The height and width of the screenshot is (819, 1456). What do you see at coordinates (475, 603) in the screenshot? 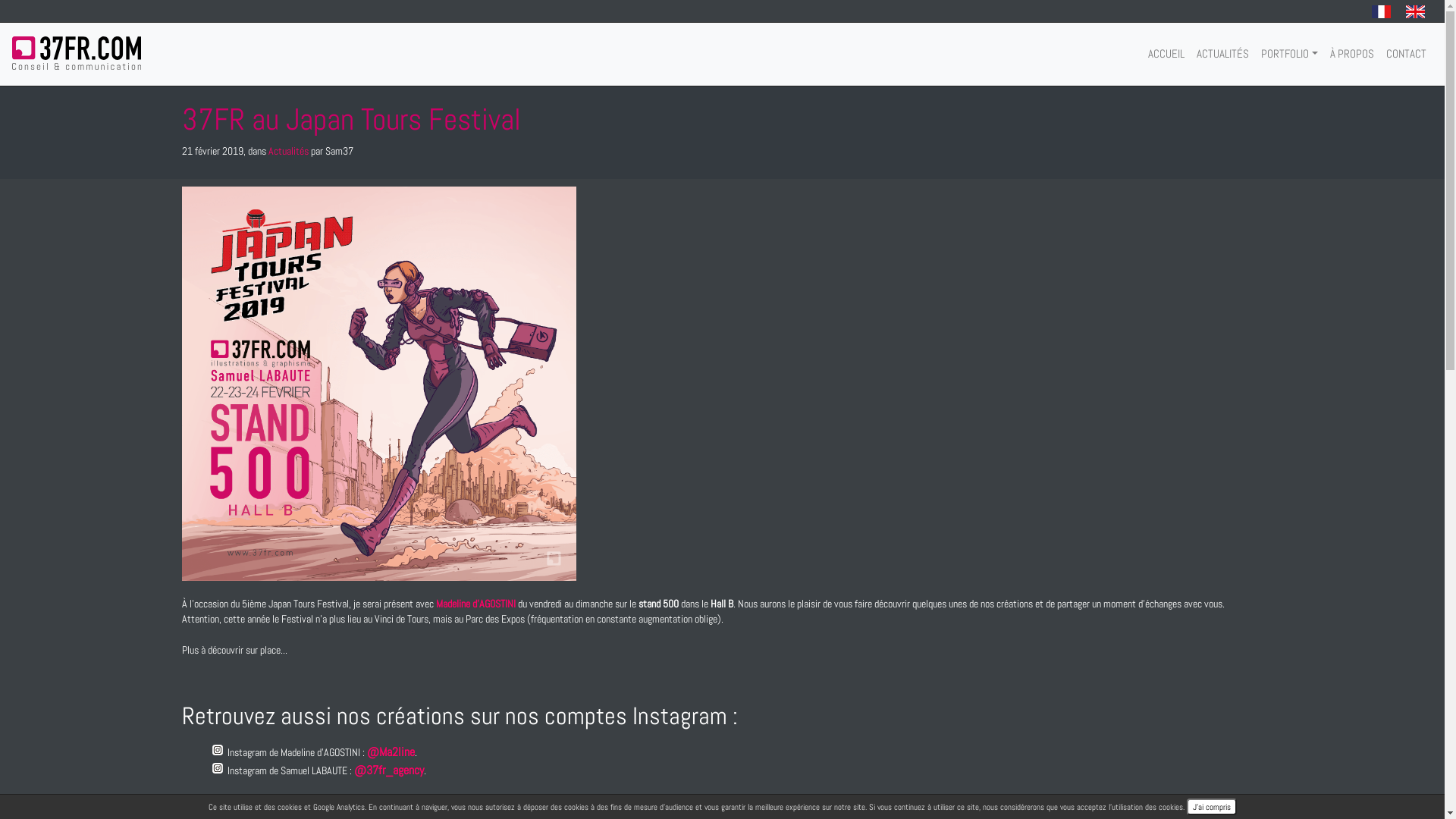
I see `'Madeline d'AGOSTINI'` at bounding box center [475, 603].